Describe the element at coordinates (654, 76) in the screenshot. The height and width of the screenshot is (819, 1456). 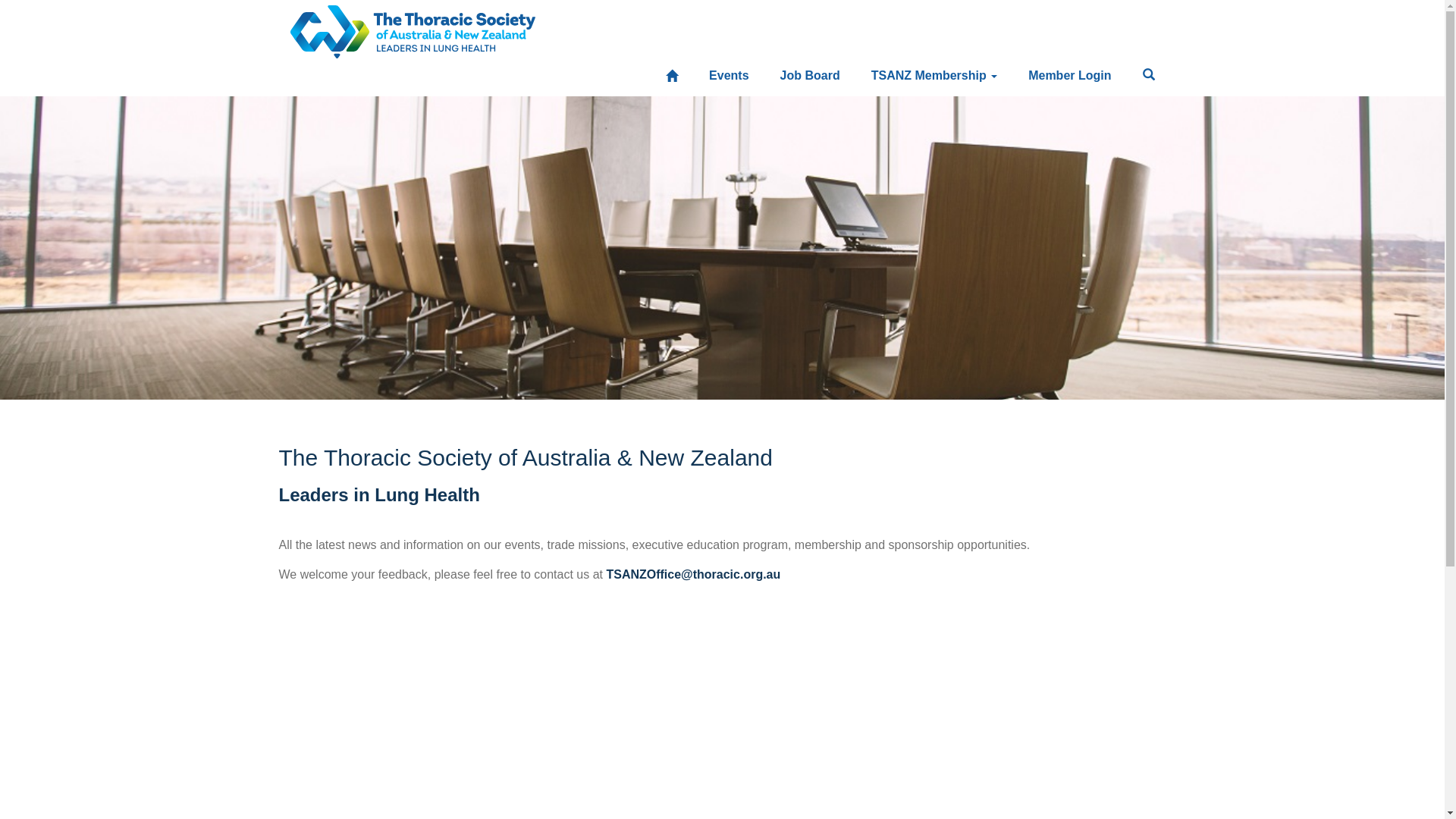
I see `'Home'` at that location.